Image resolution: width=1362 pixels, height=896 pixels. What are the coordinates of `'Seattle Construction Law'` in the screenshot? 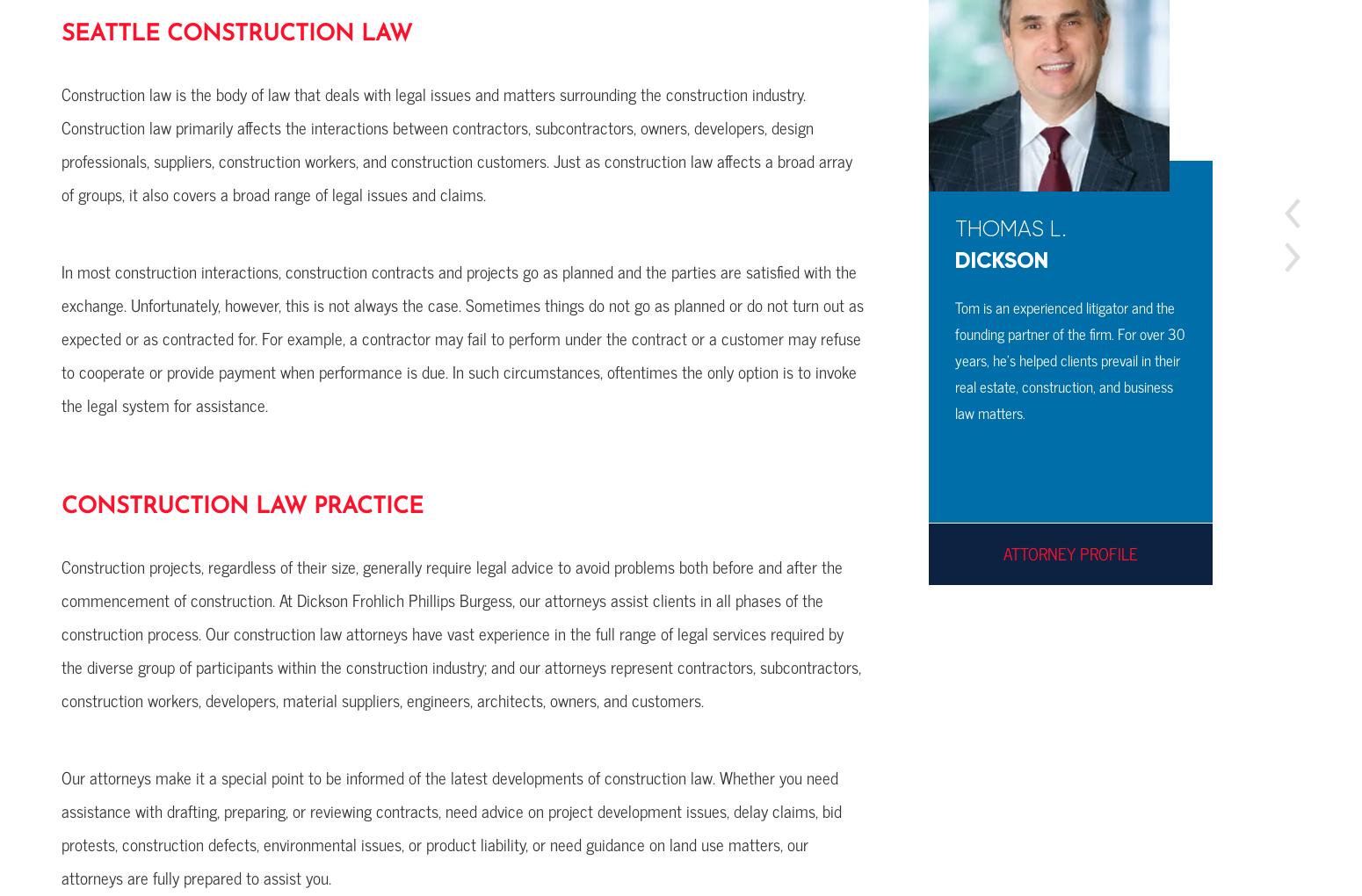 It's located at (236, 33).